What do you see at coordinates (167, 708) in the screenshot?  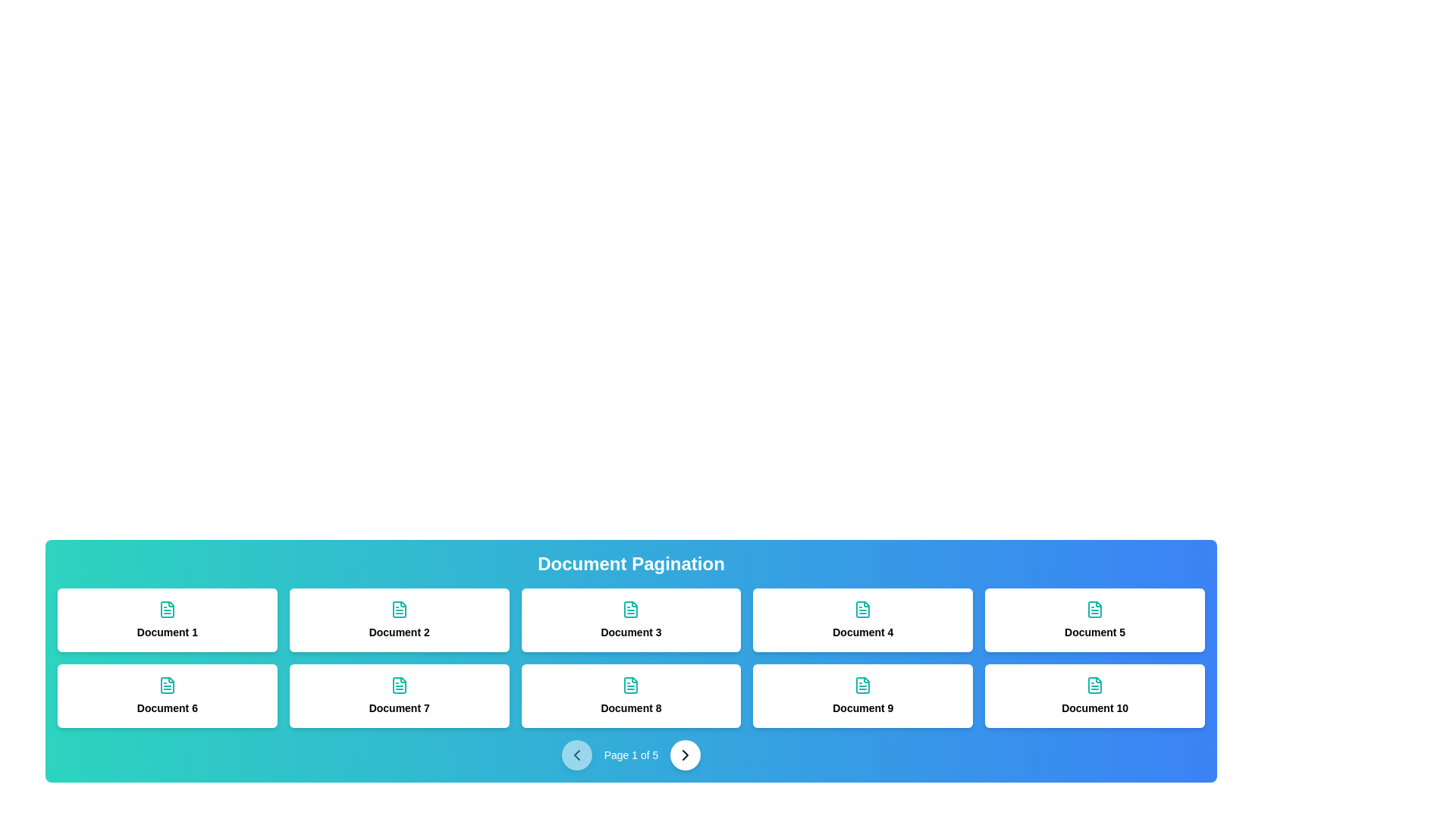 I see `the Text Label that serves as a title for the document, located in the second row, second column of the grid layout, directly below the document icon` at bounding box center [167, 708].